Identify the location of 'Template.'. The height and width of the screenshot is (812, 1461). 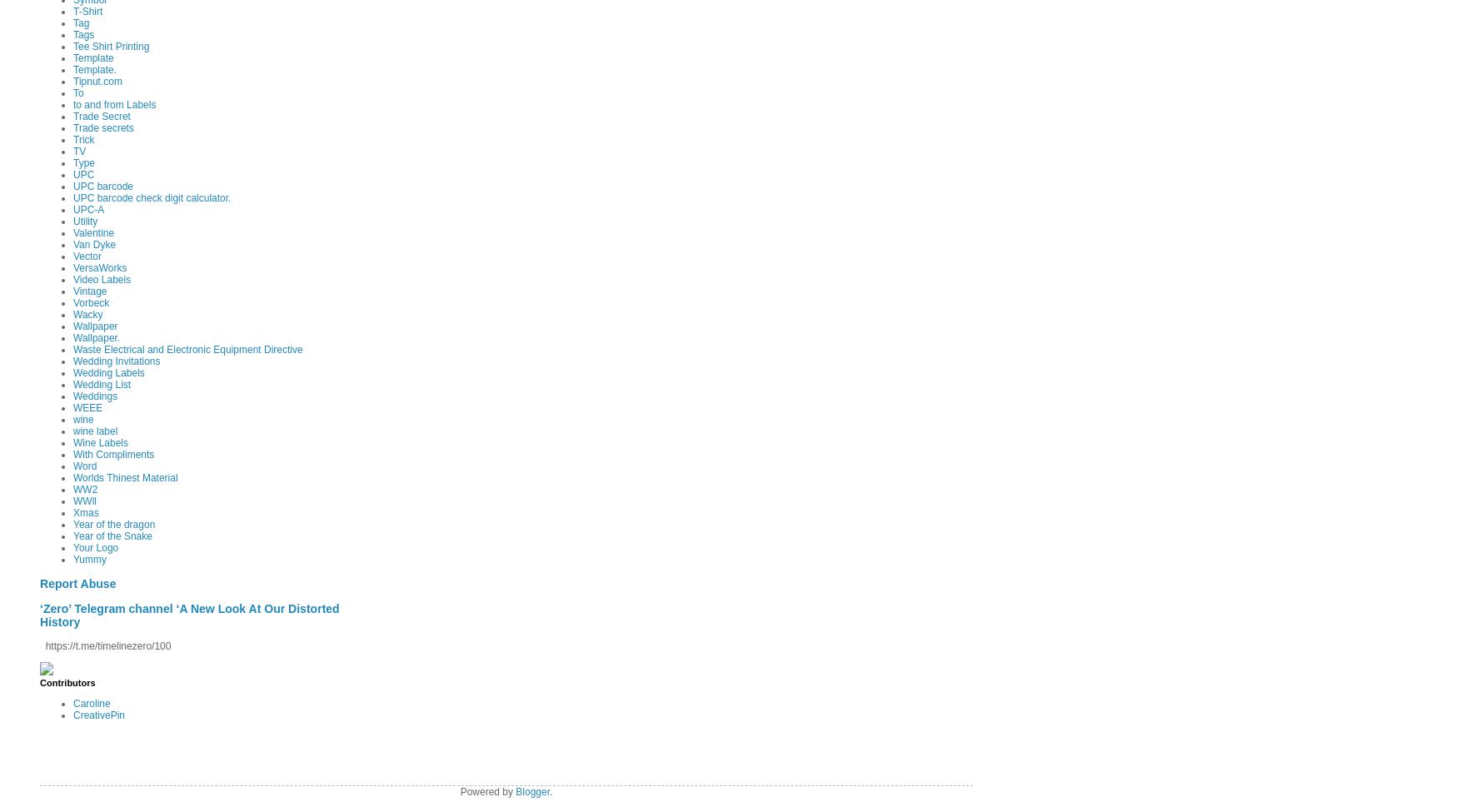
(94, 68).